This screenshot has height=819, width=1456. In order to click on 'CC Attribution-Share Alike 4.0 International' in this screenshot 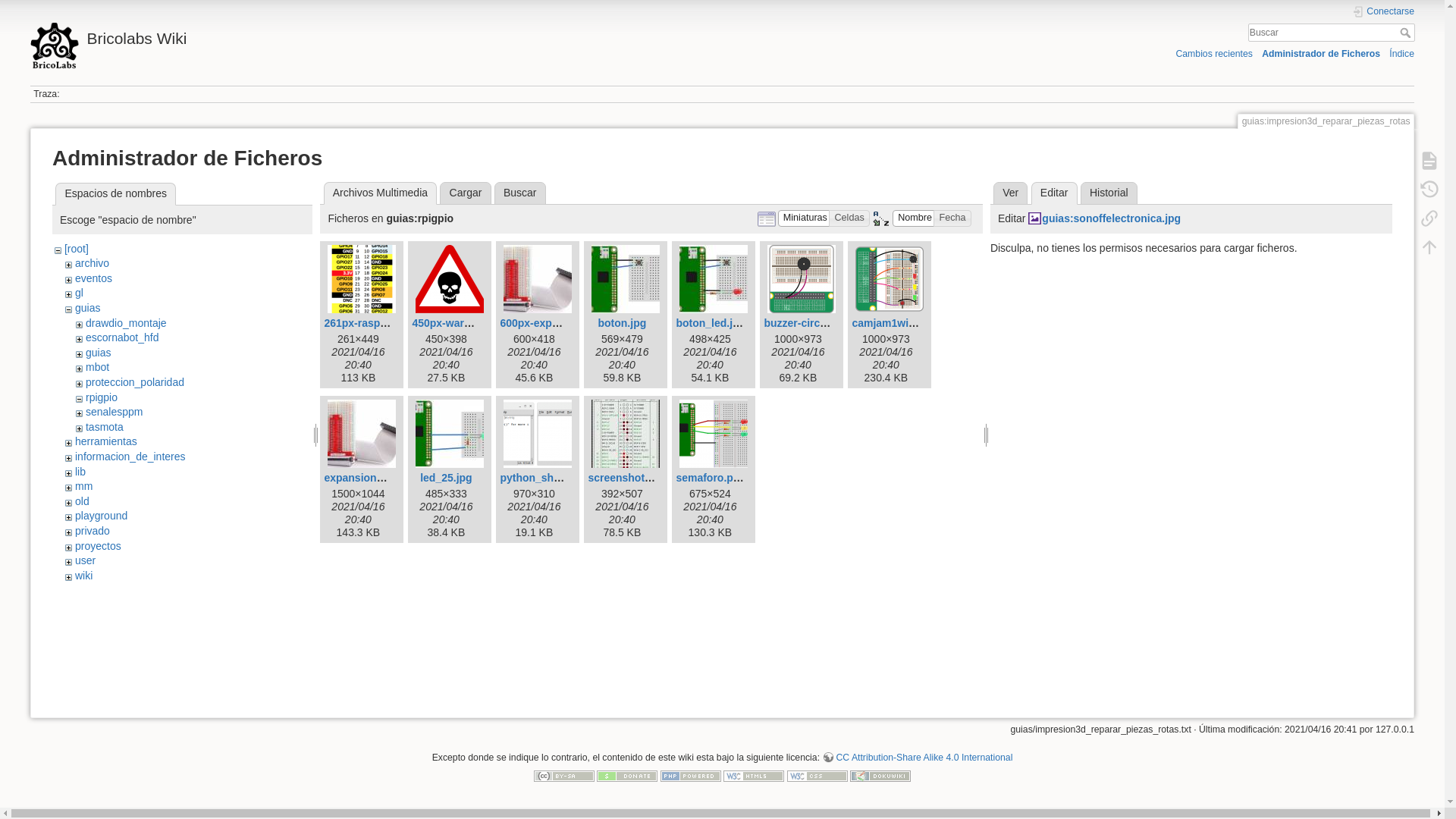, I will do `click(916, 758)`.